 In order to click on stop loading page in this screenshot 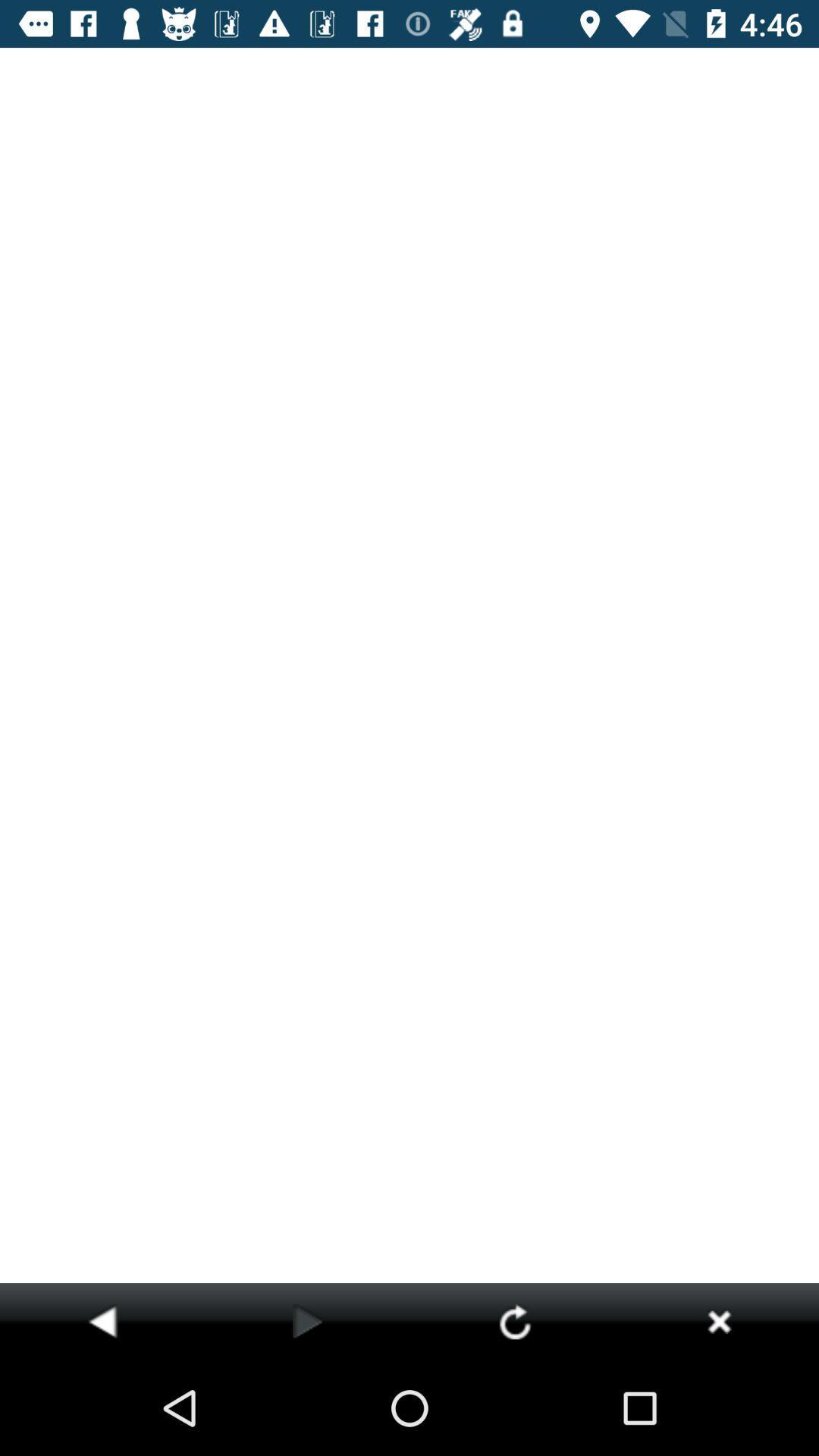, I will do `click(718, 1320)`.